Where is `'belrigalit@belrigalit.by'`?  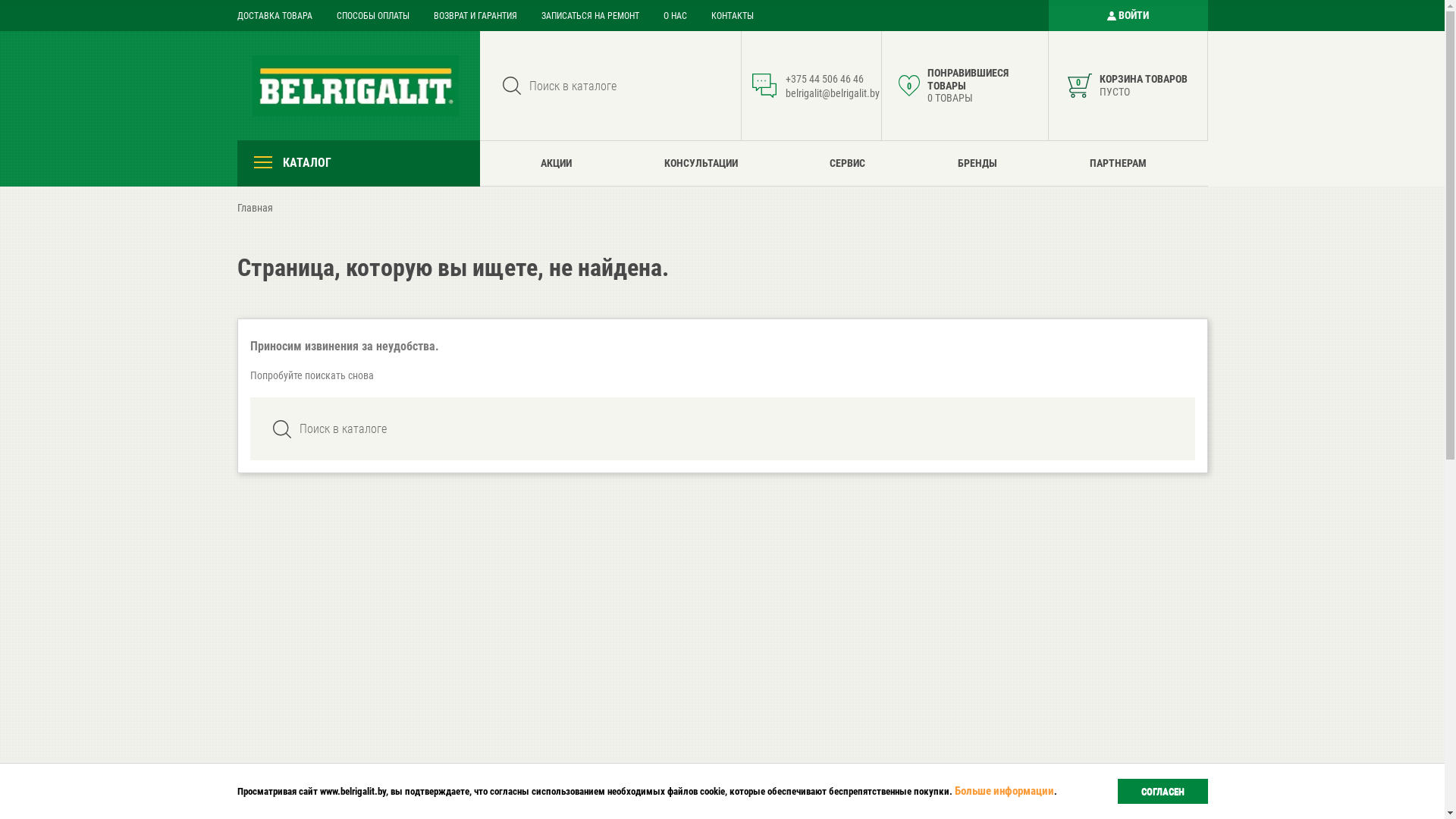
'belrigalit@belrigalit.by' is located at coordinates (786, 93).